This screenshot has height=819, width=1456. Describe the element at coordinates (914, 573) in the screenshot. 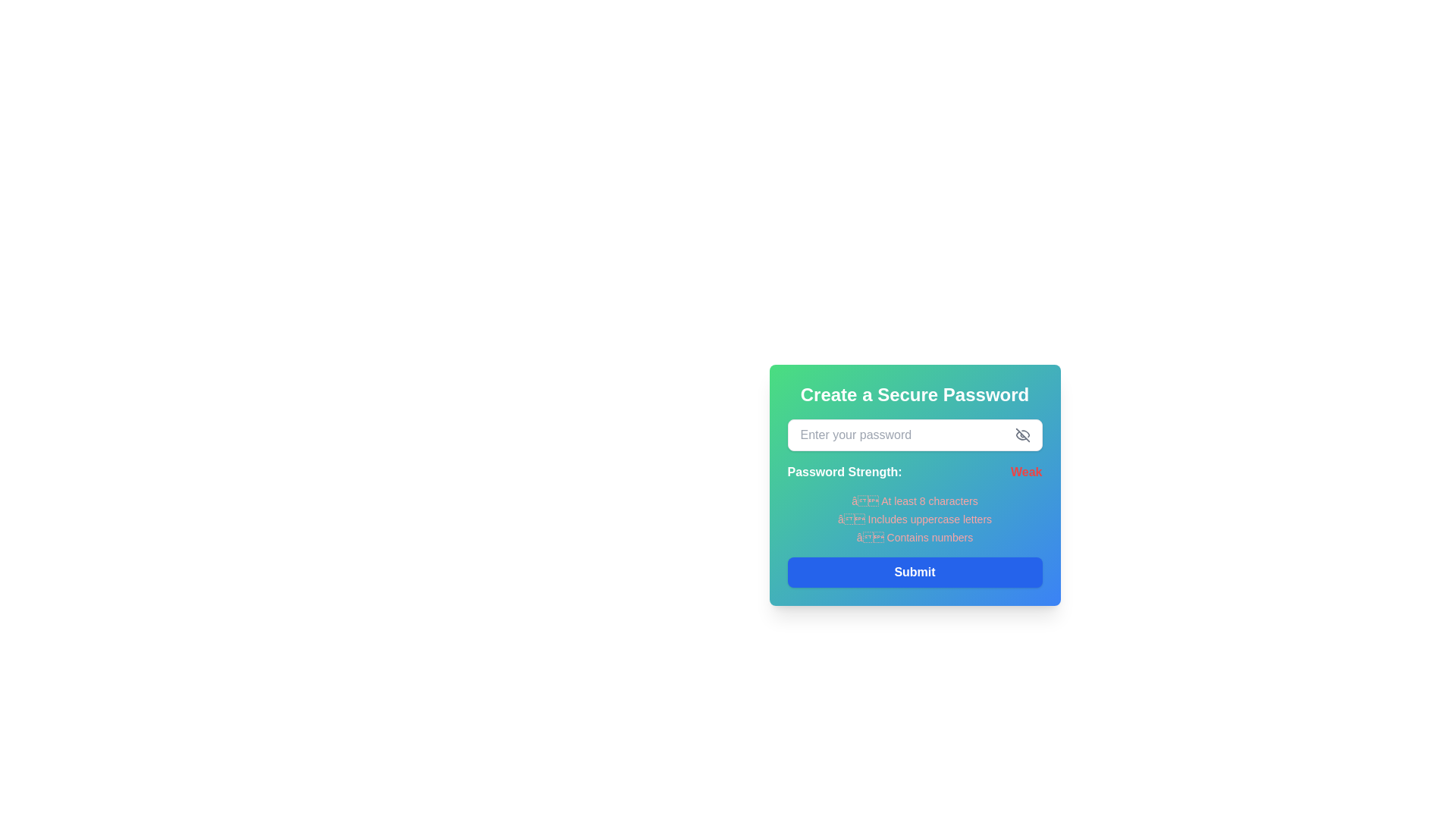

I see `the blue 'Submit' button with bold white text located at the bottom of the card-like interface` at that location.